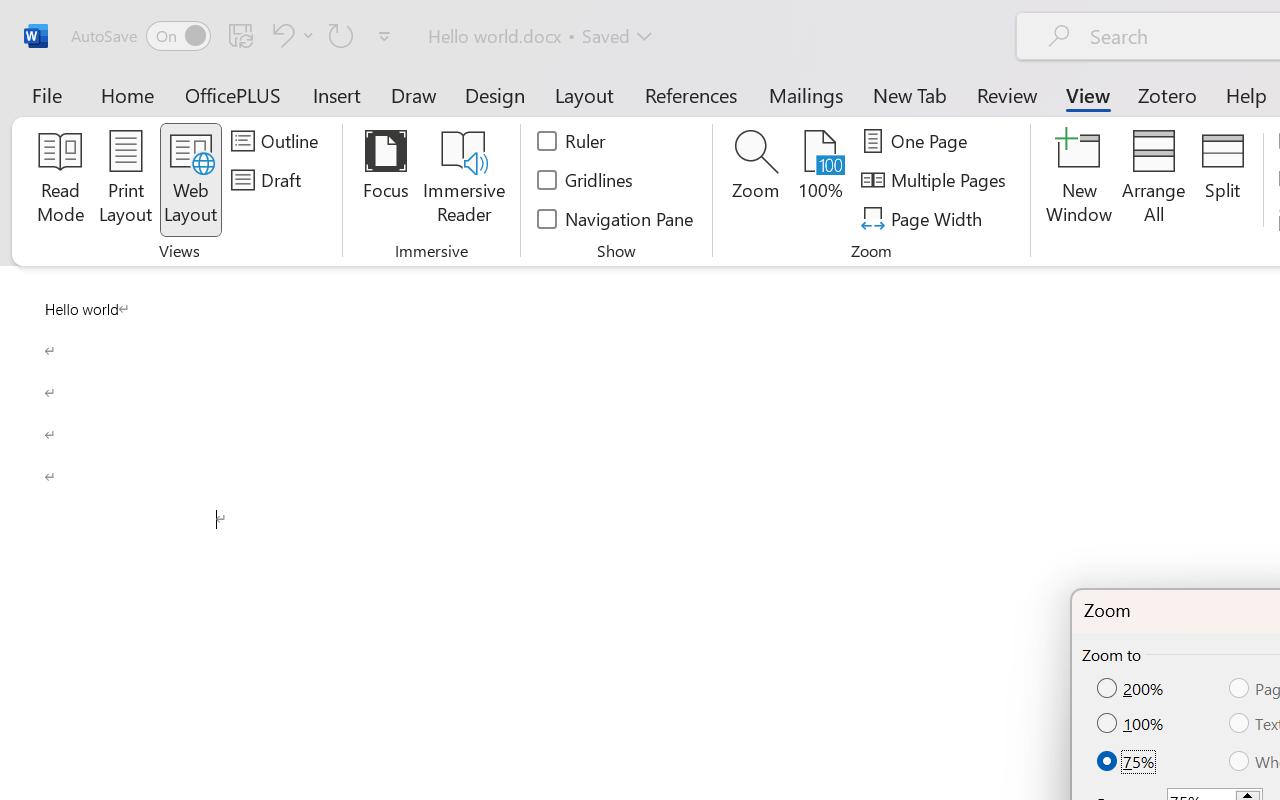  Describe the element at coordinates (495, 94) in the screenshot. I see `'Design'` at that location.